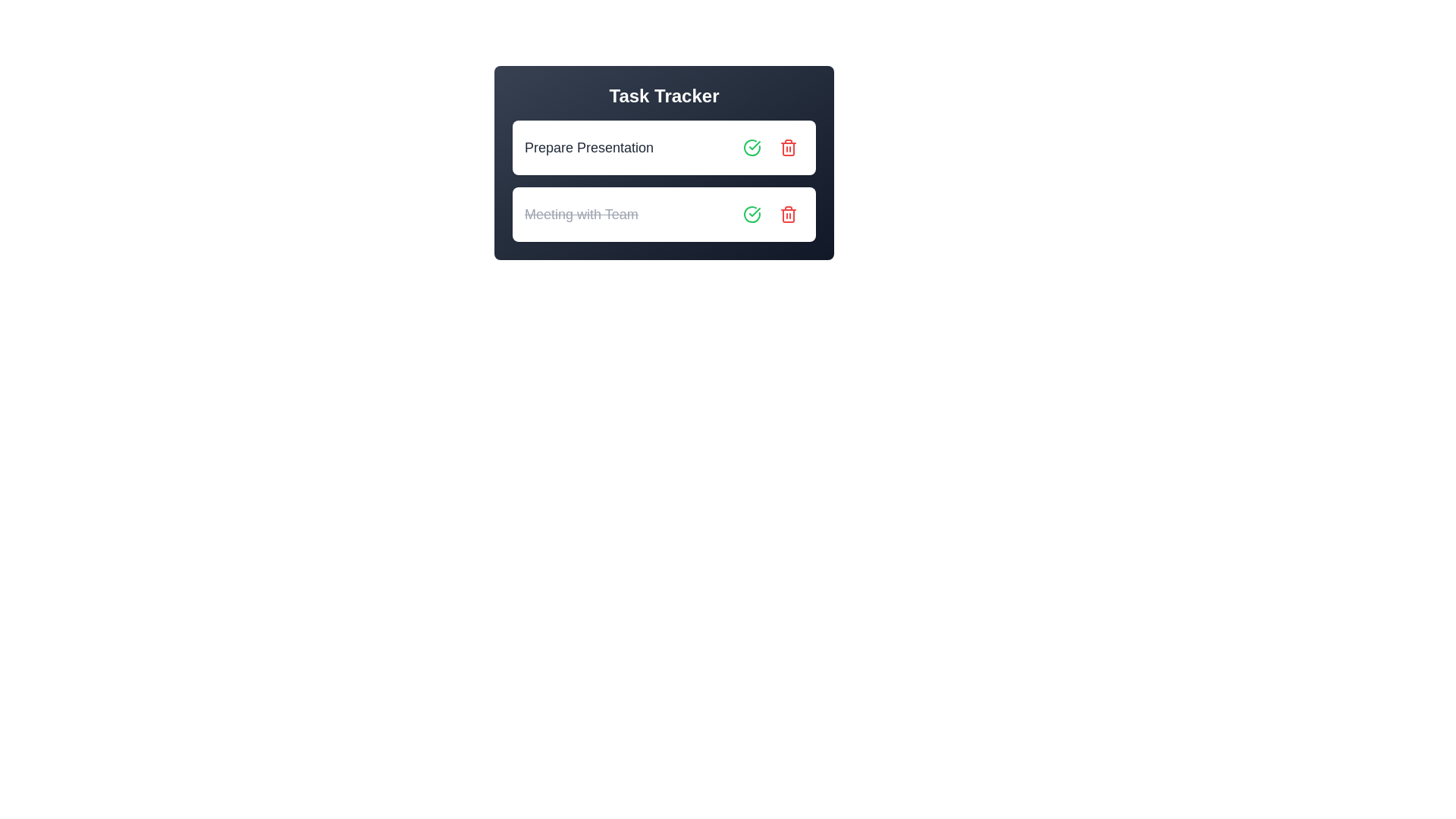  What do you see at coordinates (752, 214) in the screenshot?
I see `the completion status icon for the task 'Meeting with Team', which is the second icon in the task tracker interface` at bounding box center [752, 214].